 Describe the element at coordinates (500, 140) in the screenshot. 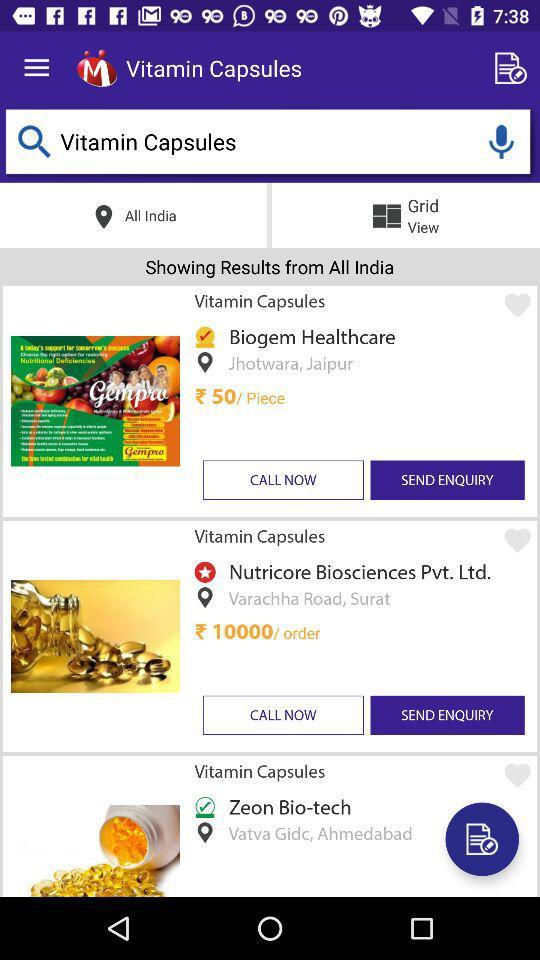

I see `holding` at that location.